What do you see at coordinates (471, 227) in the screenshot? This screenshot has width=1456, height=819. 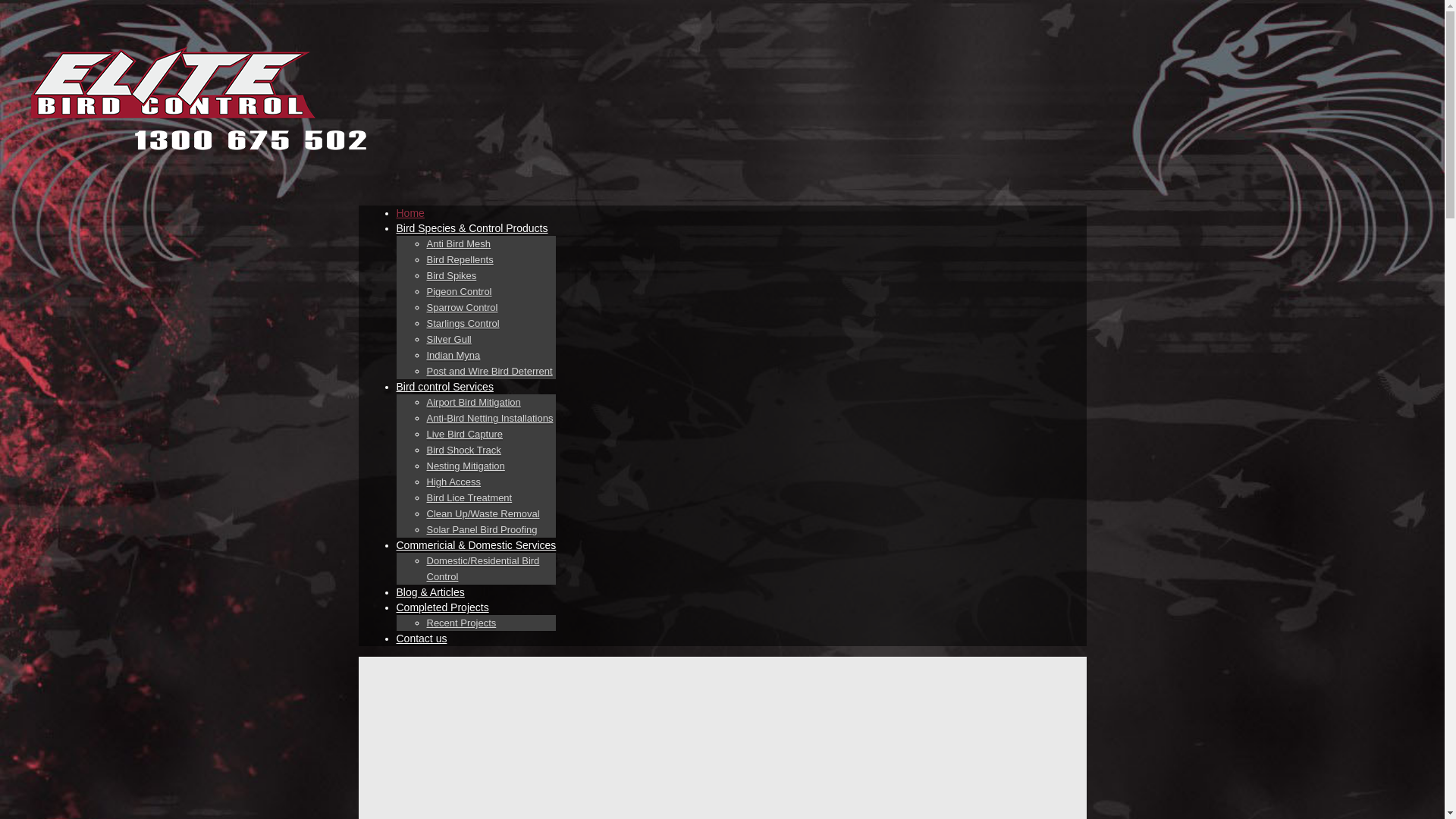 I see `'Bird Species & Control Products'` at bounding box center [471, 227].